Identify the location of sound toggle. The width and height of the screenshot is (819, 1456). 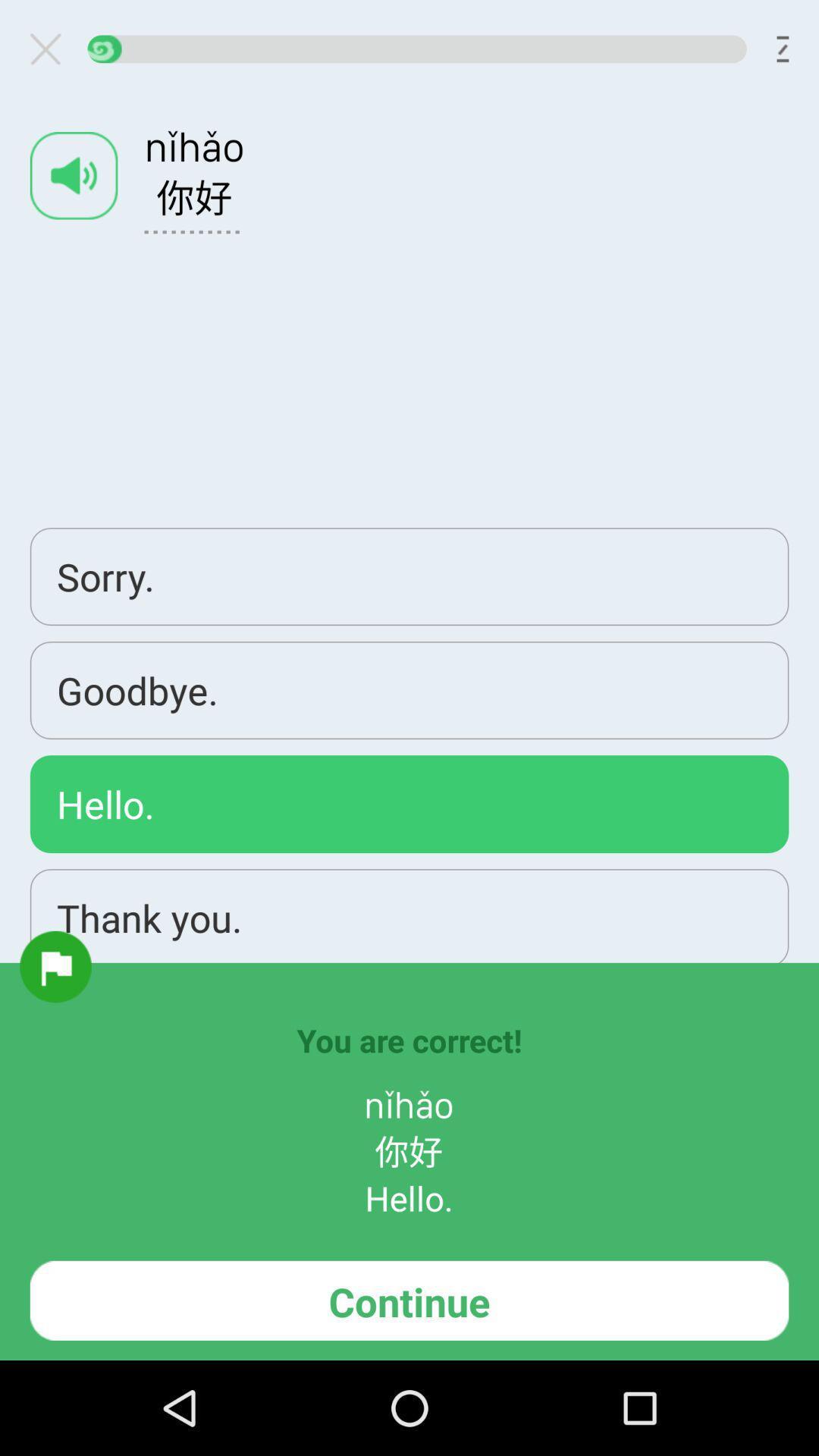
(74, 175).